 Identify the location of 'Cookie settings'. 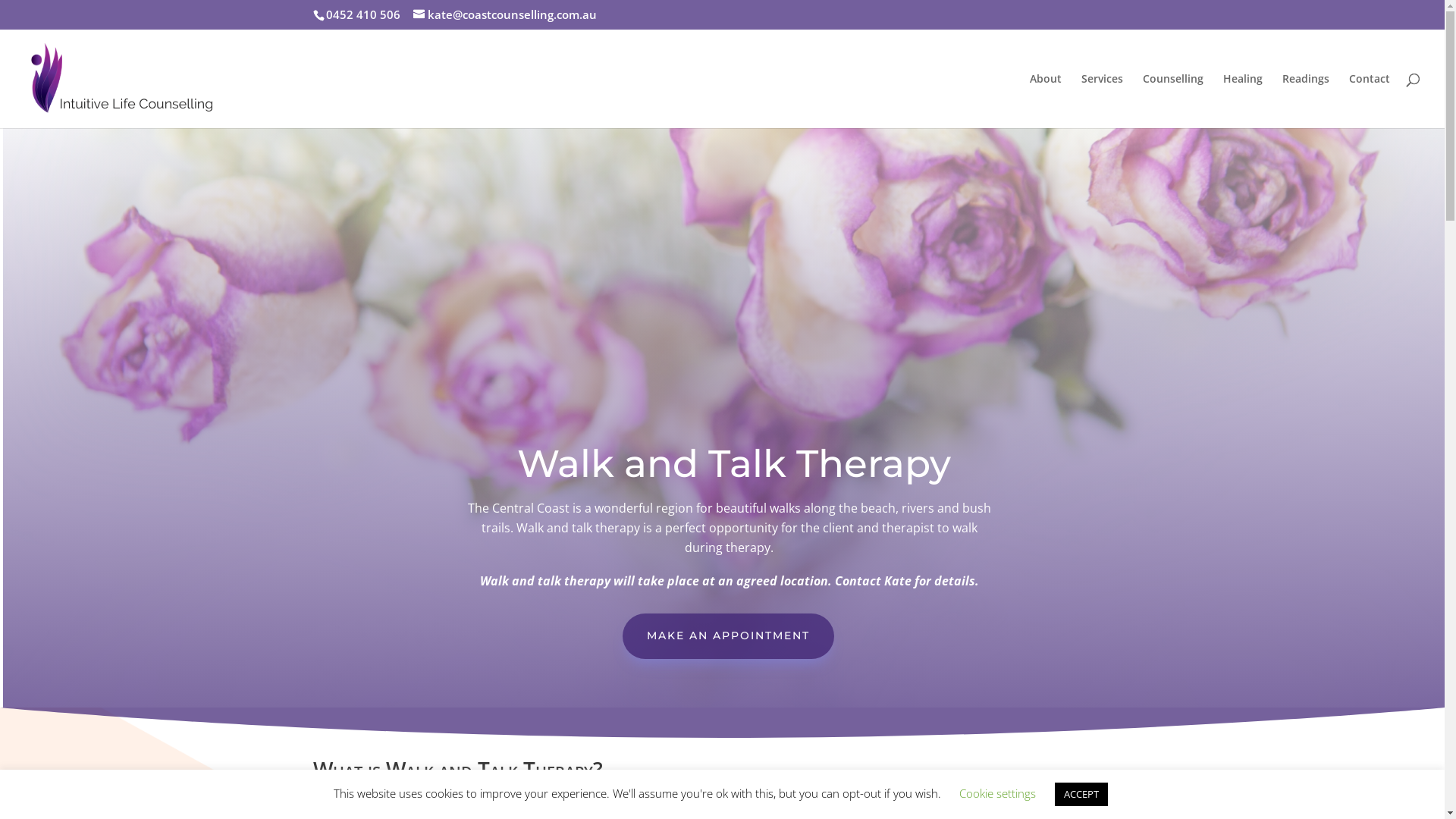
(957, 792).